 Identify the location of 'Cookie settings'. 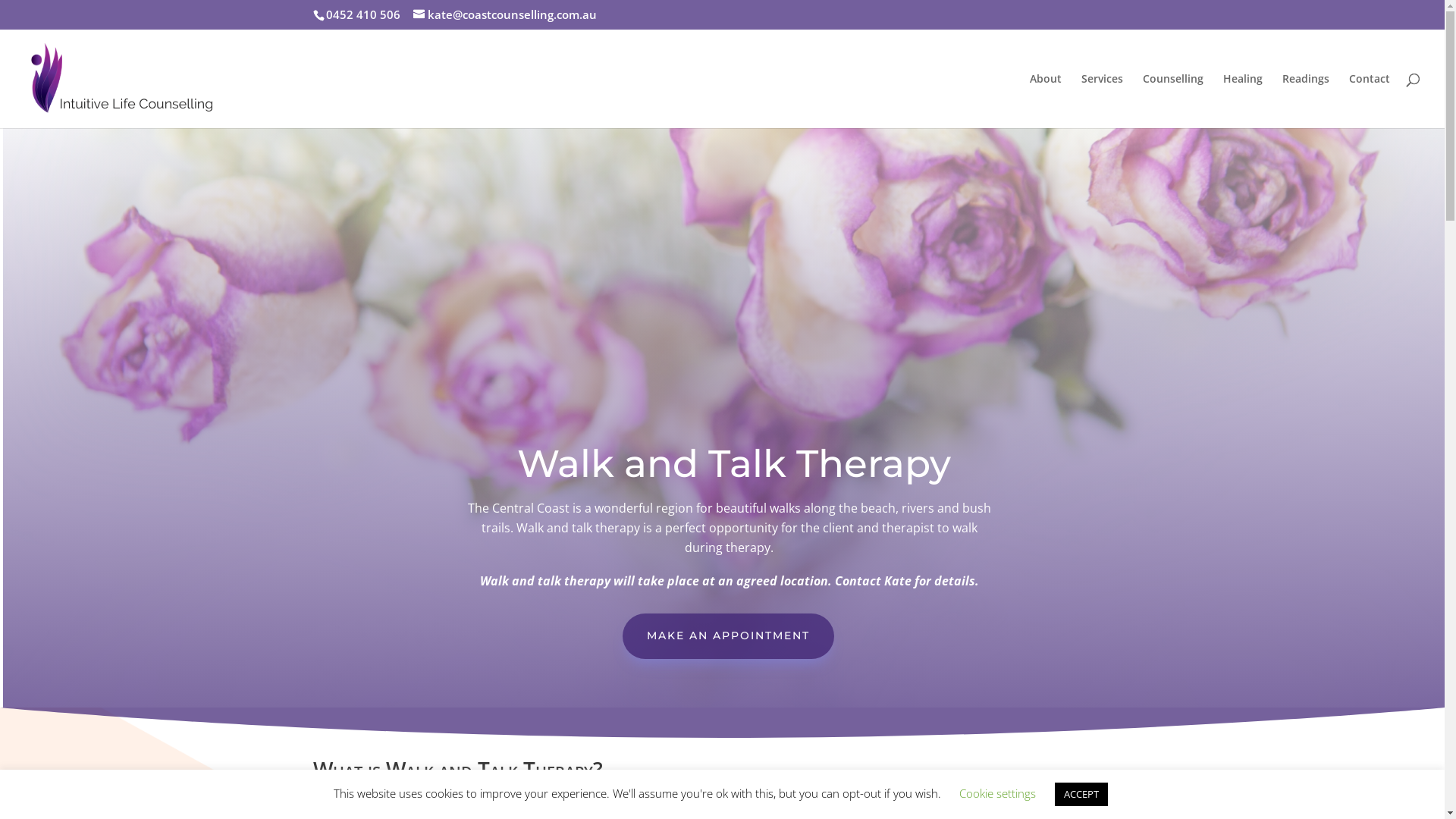
(957, 792).